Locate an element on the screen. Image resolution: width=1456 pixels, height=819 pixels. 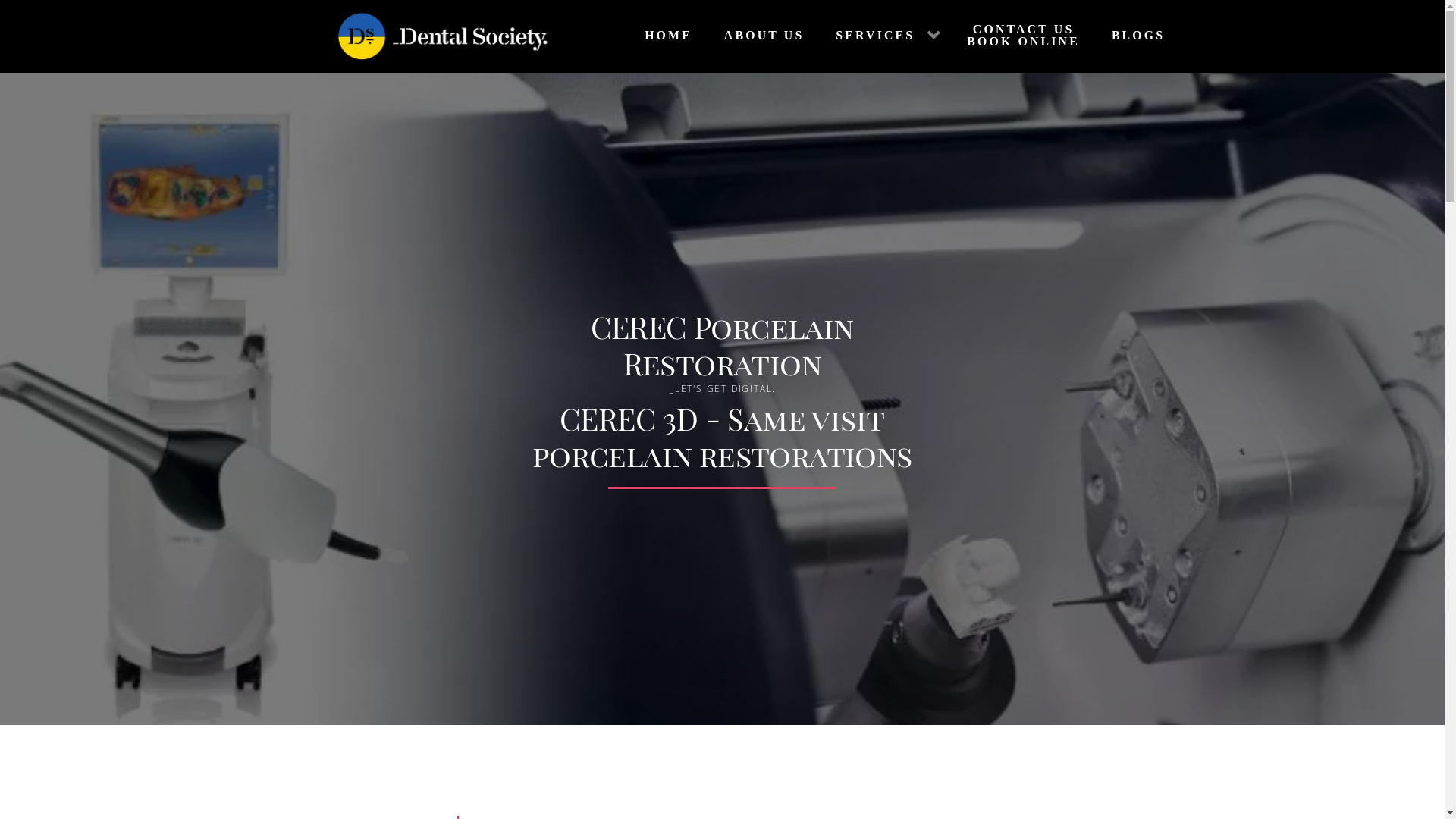
'CONTACT US is located at coordinates (1020, 35).